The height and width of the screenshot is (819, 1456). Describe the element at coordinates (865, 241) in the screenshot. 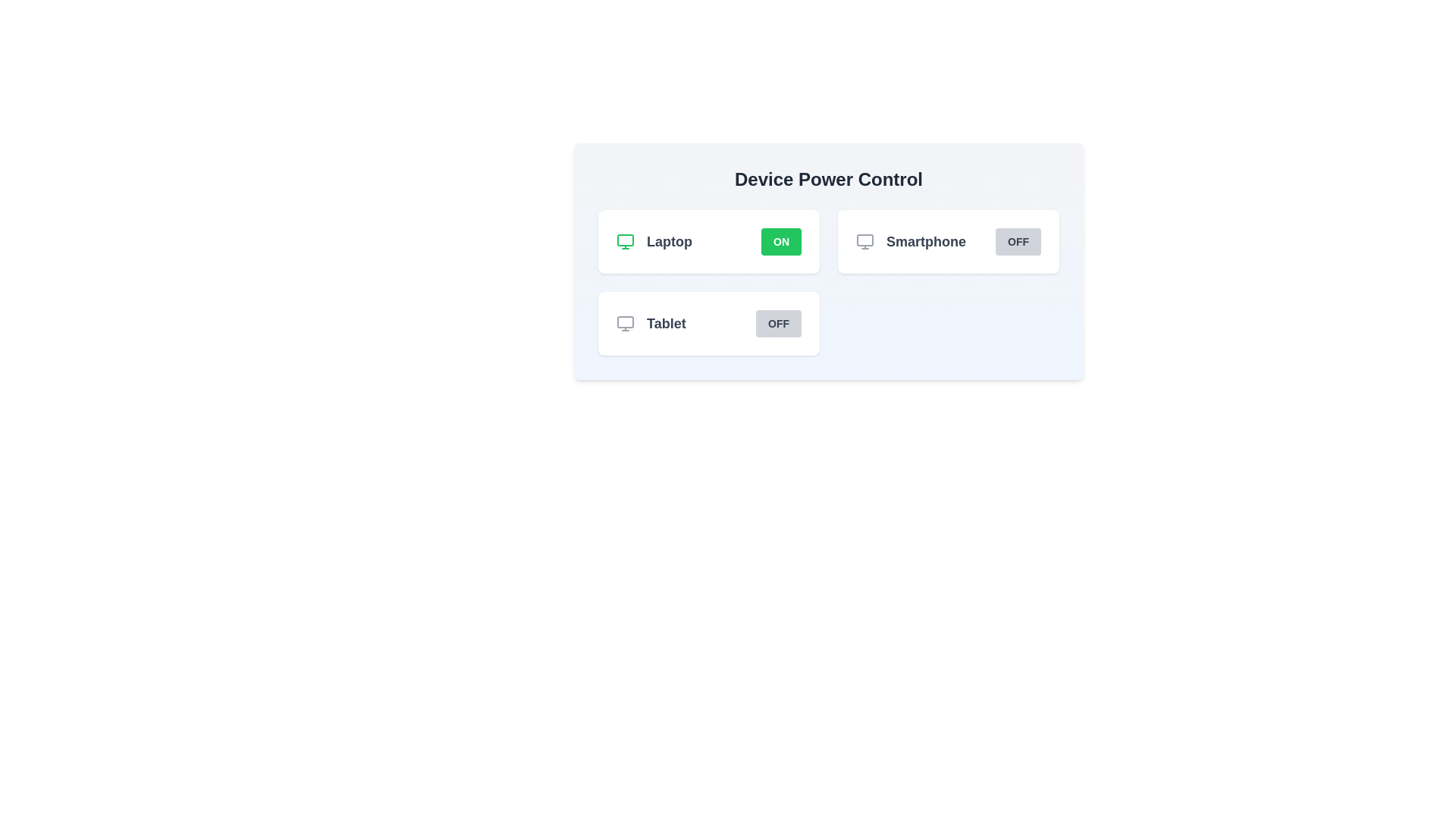

I see `the icon associated with Smartphone` at that location.